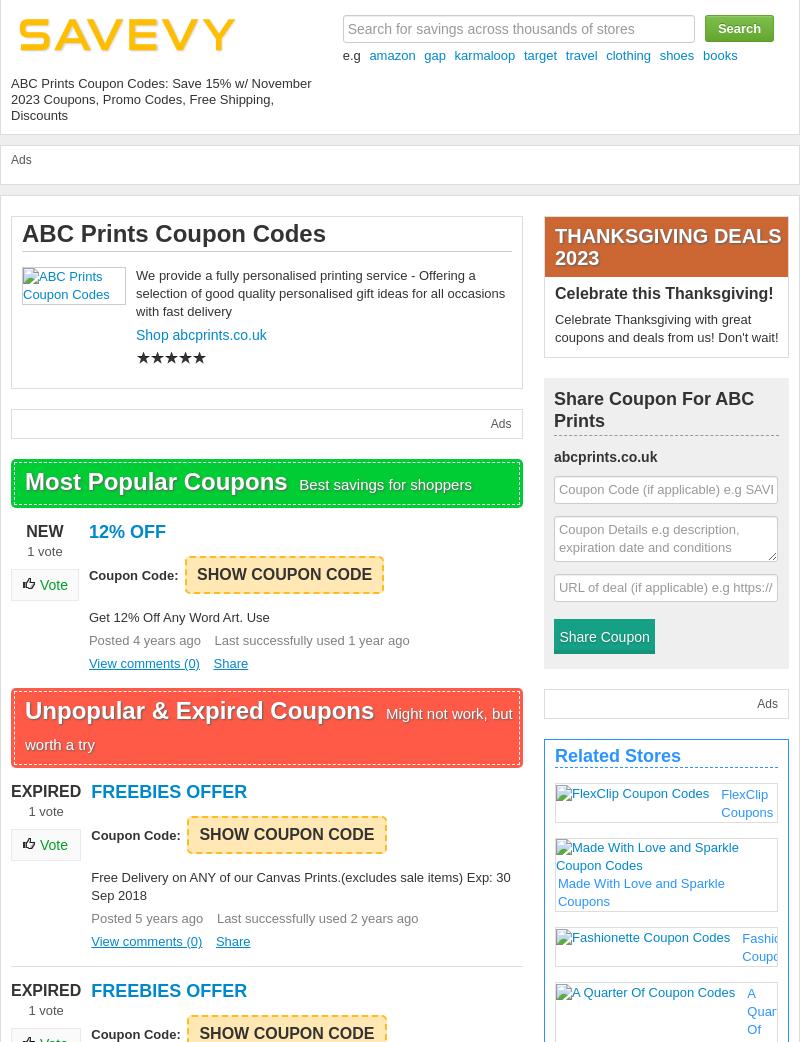 This screenshot has width=800, height=1042. What do you see at coordinates (484, 54) in the screenshot?
I see `'karmaloop'` at bounding box center [484, 54].